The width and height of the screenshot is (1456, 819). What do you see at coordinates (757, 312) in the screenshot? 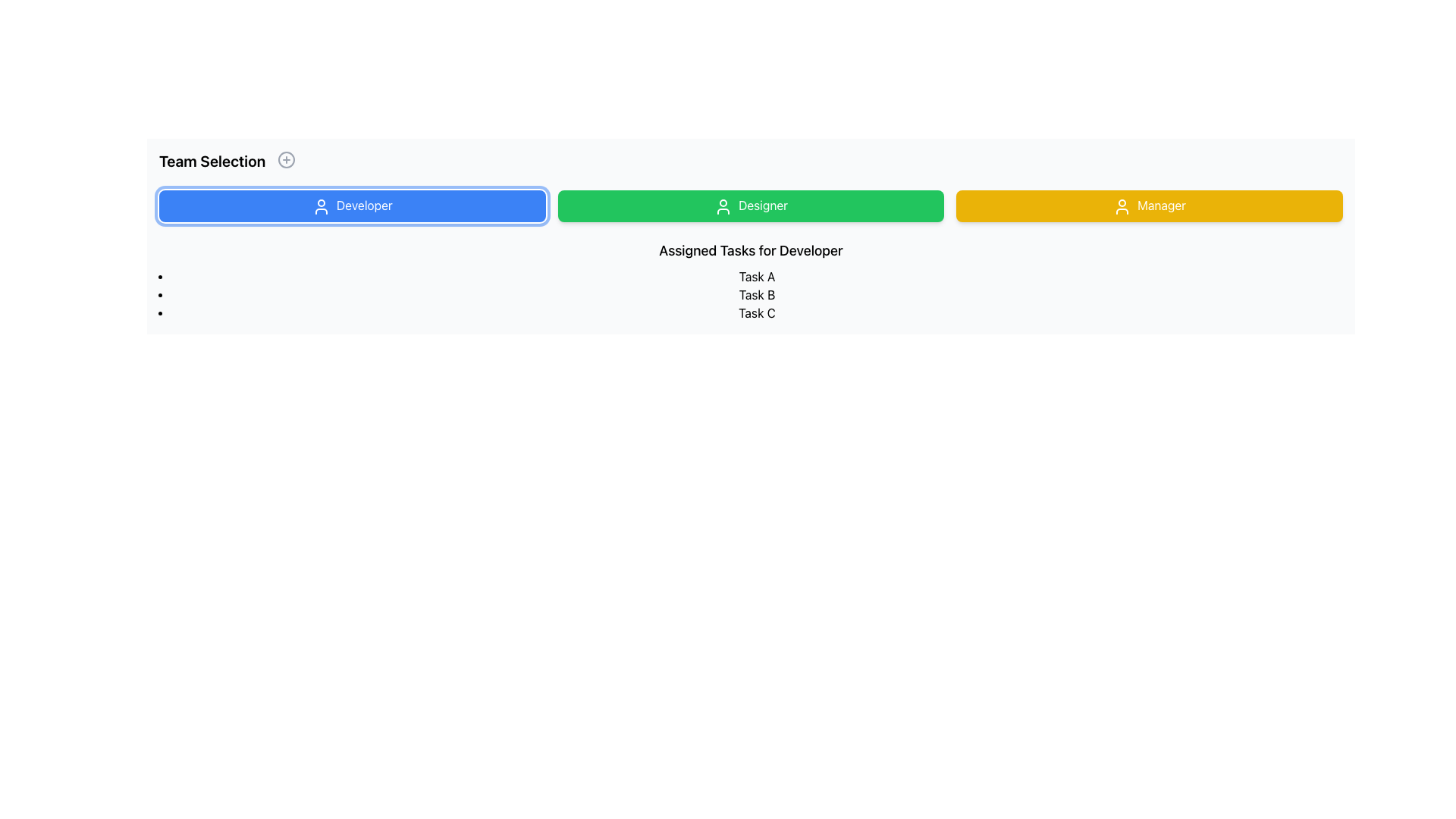
I see `the Text Label displaying 'Task C', which is the third item in a vertical list of tasks` at bounding box center [757, 312].